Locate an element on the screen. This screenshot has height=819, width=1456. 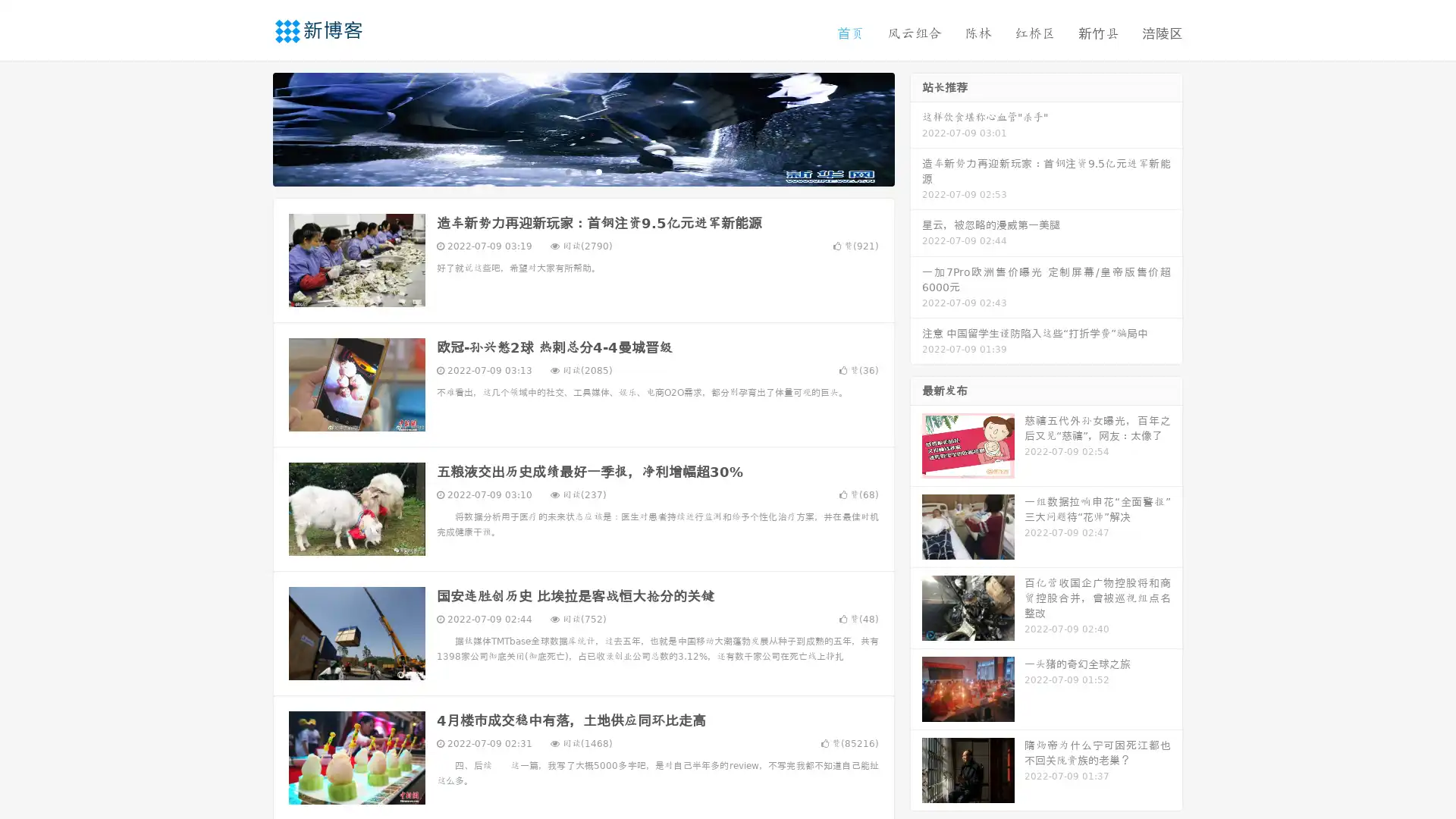
Go to slide 3 is located at coordinates (598, 171).